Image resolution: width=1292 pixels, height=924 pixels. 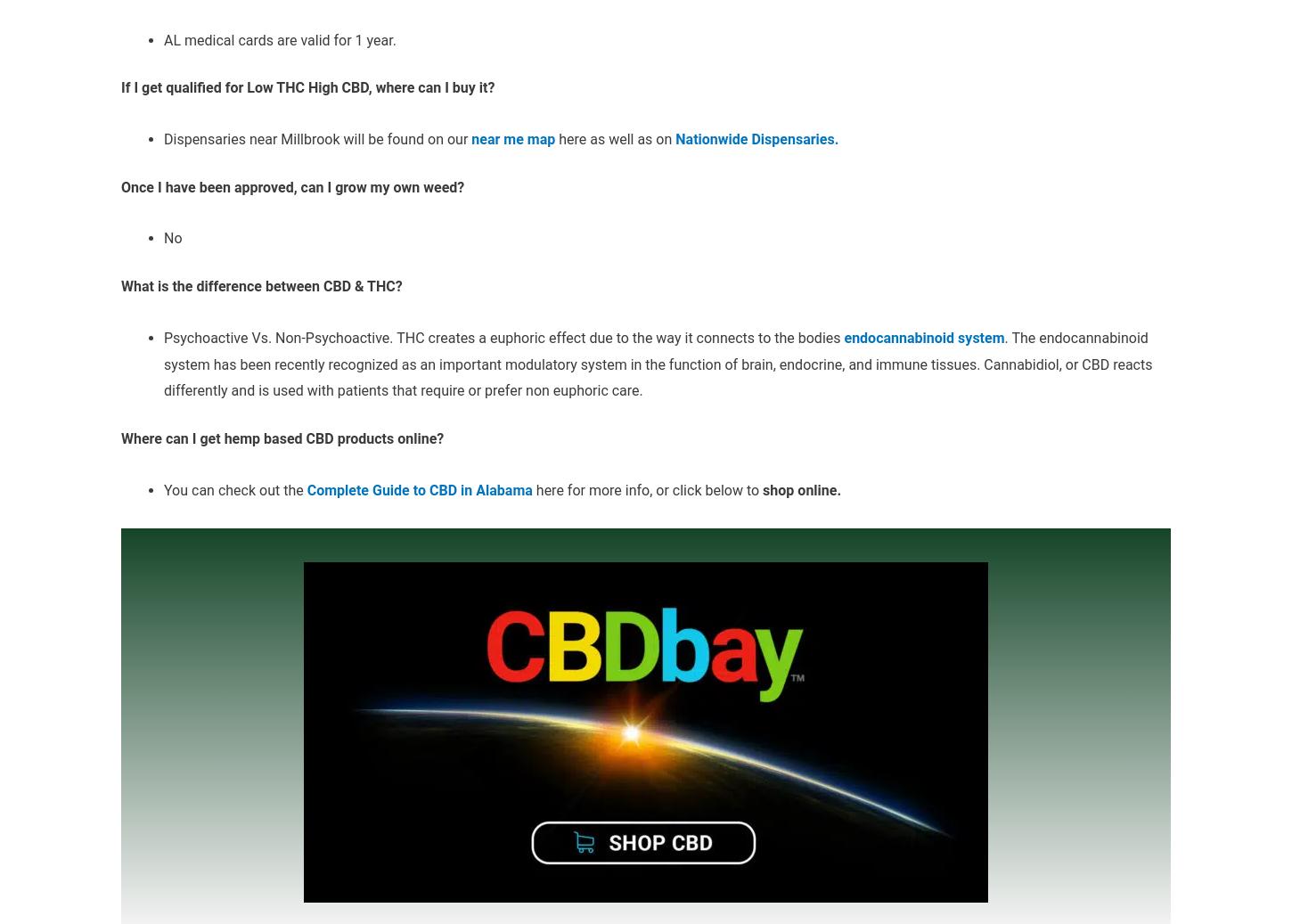 What do you see at coordinates (120, 437) in the screenshot?
I see `'Where can I get hemp based CBD products online?'` at bounding box center [120, 437].